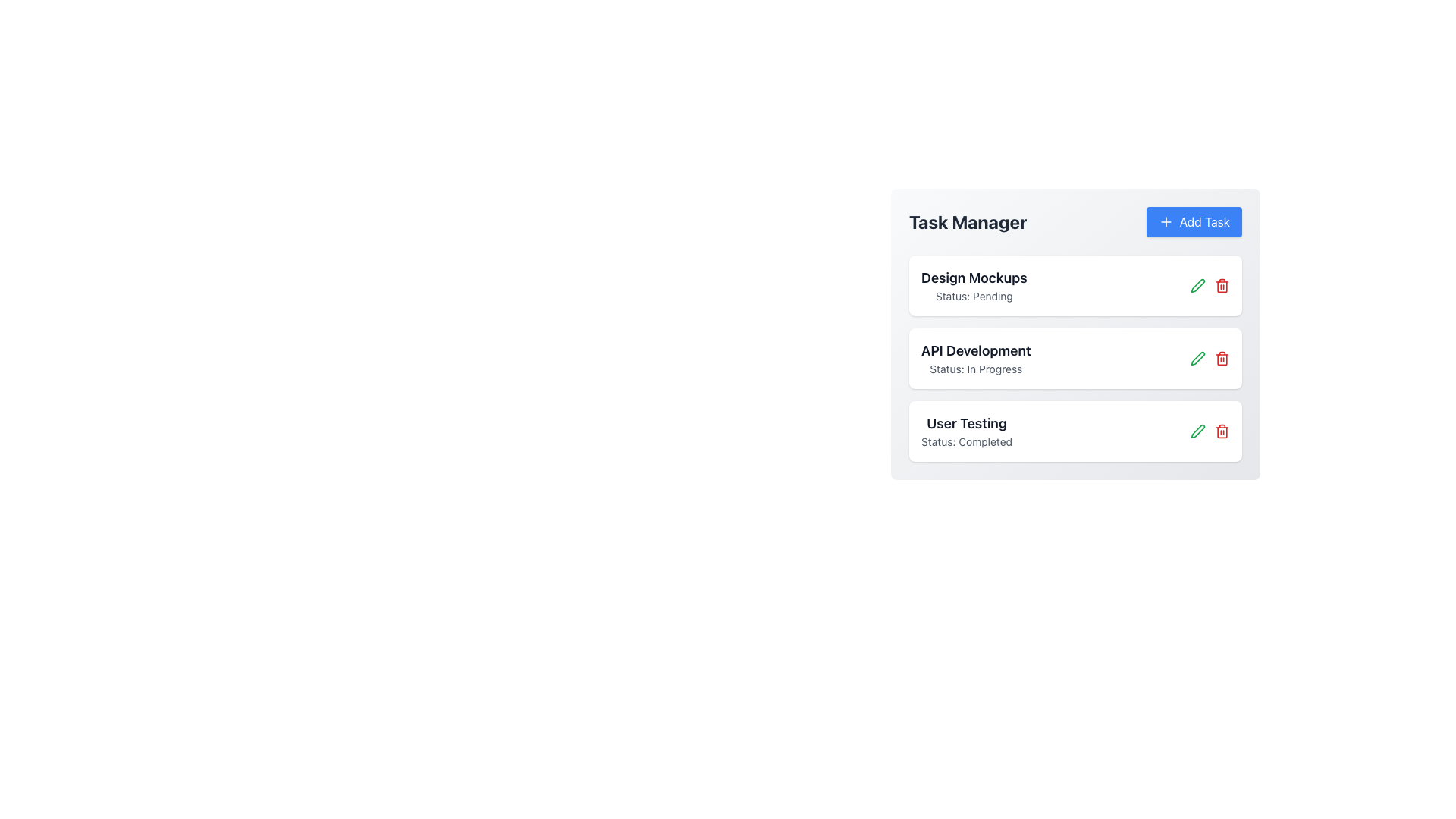 Image resolution: width=1456 pixels, height=819 pixels. I want to click on the informational text display that contains 'User Testing' and 'Status: Completed' for accessibility-related actions, so click(966, 431).